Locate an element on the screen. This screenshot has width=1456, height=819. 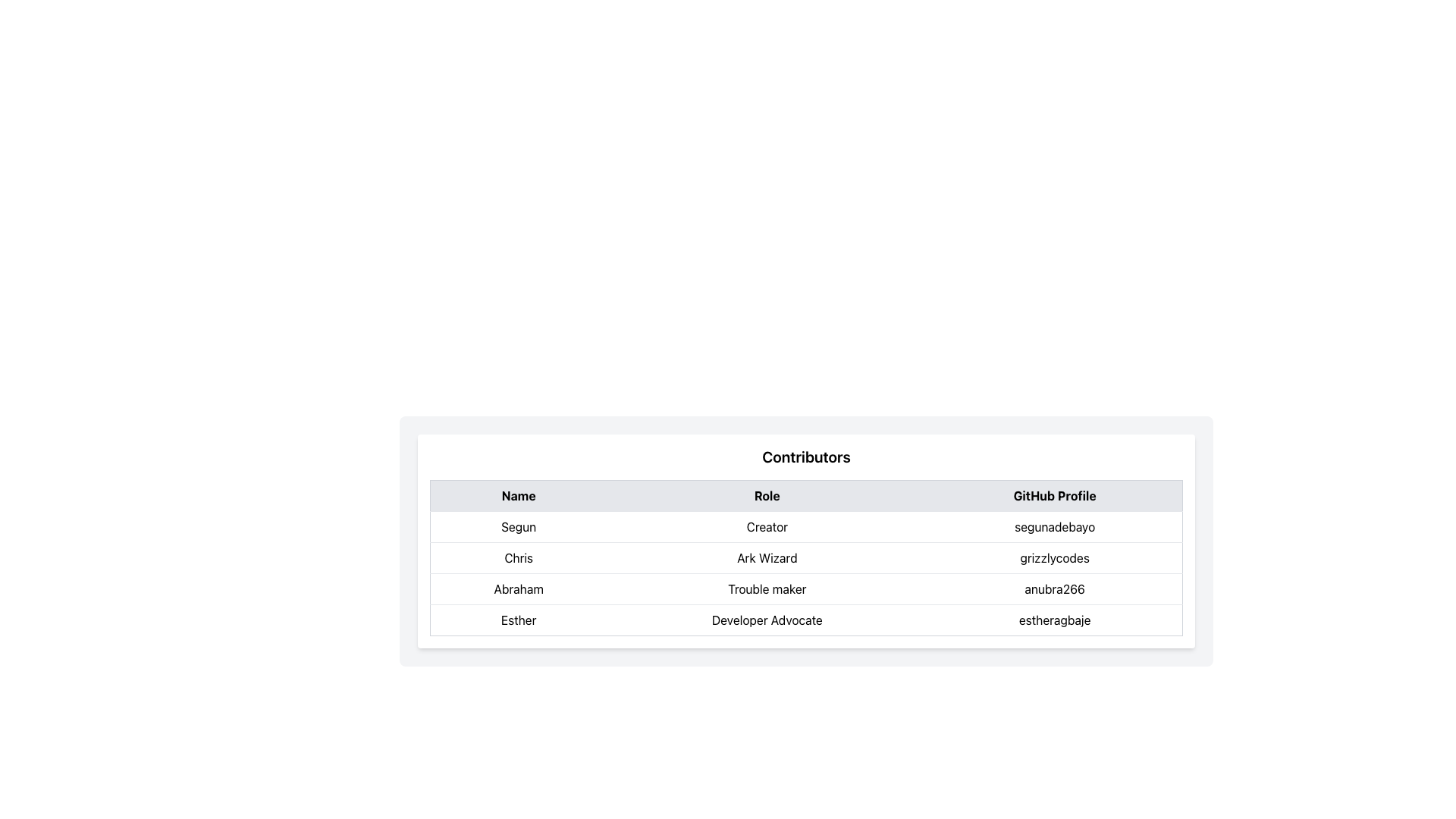
the text element that reads 'anubra266' located in the rightmost part of the table cell under the 'GitHub Profile' column, in the row corresponding to 'Abraham' and 'Trouble maker' is located at coordinates (1054, 588).